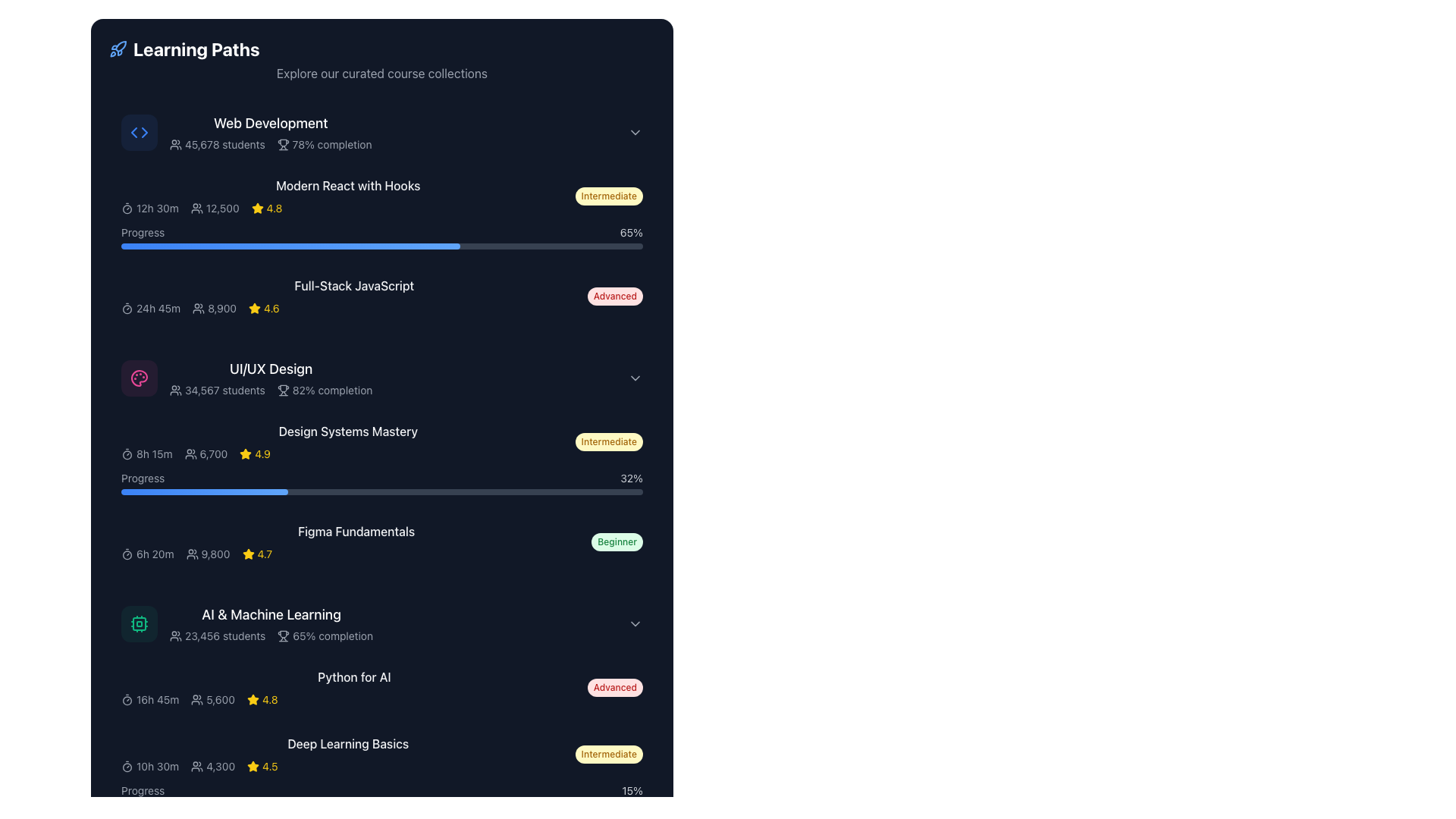  I want to click on the List item displaying the course summary for 'Full-Stack JavaScript', so click(382, 296).